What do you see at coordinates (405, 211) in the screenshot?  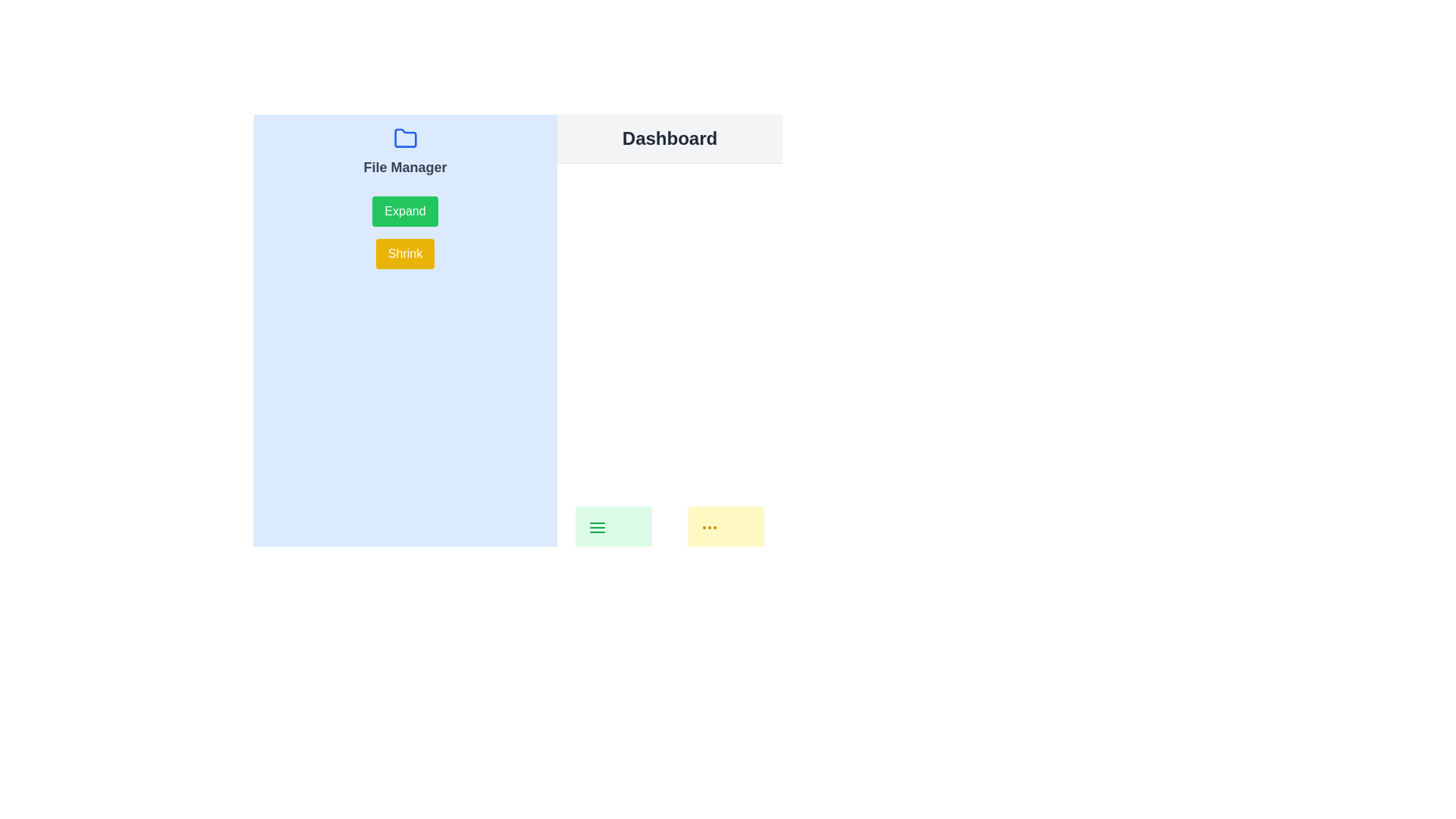 I see `the 'Expand' button located in the 'File Manager' section of the sidebar` at bounding box center [405, 211].